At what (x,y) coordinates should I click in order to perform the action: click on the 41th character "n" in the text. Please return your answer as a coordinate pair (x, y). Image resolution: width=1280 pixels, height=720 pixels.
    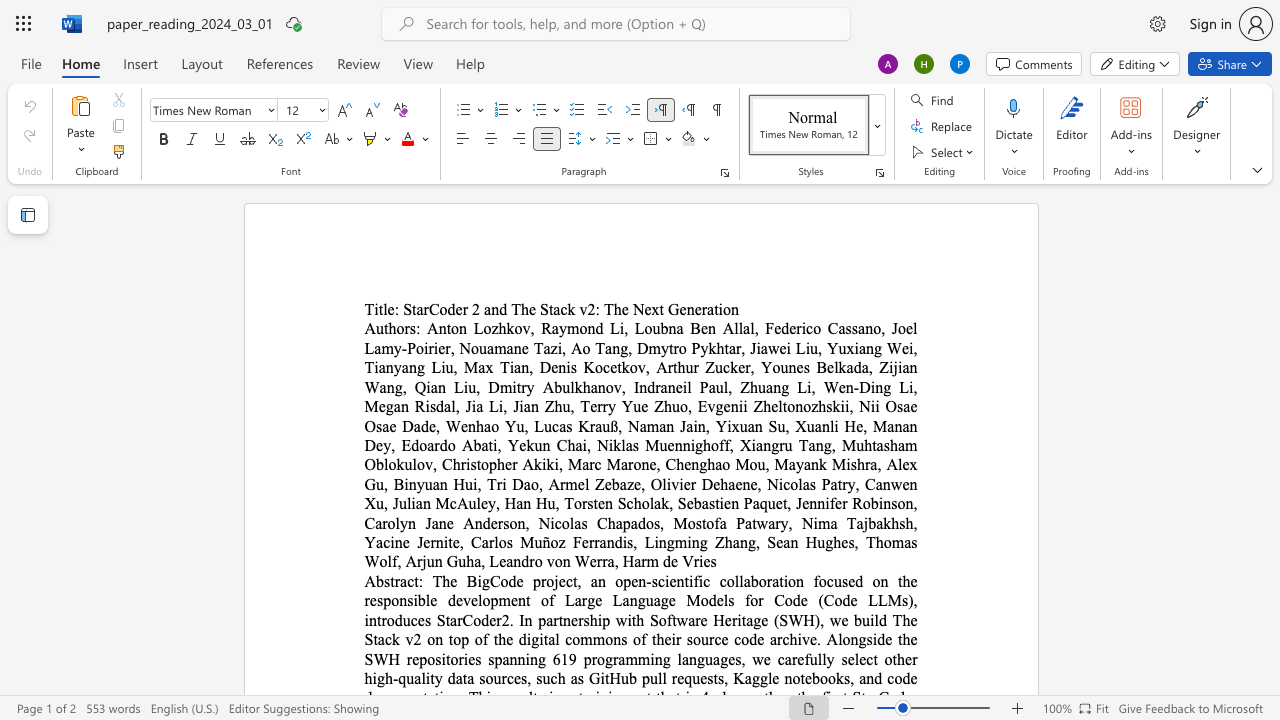
    Looking at the image, I should click on (695, 464).